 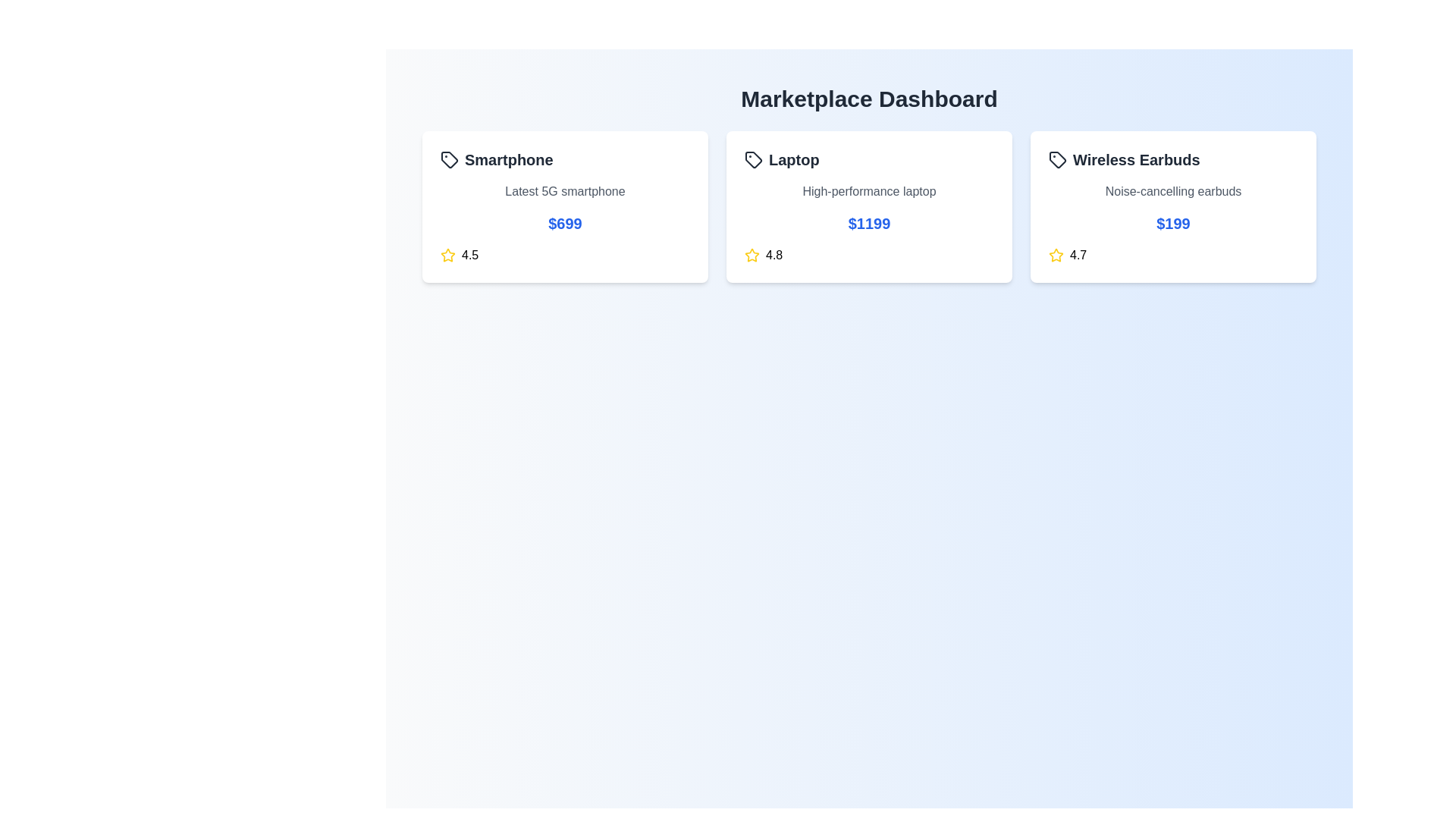 I want to click on the graphical tag indicator that resembles a tag symbol, which is located next to the label 'Laptop' in the dashboard environment, so click(x=753, y=160).